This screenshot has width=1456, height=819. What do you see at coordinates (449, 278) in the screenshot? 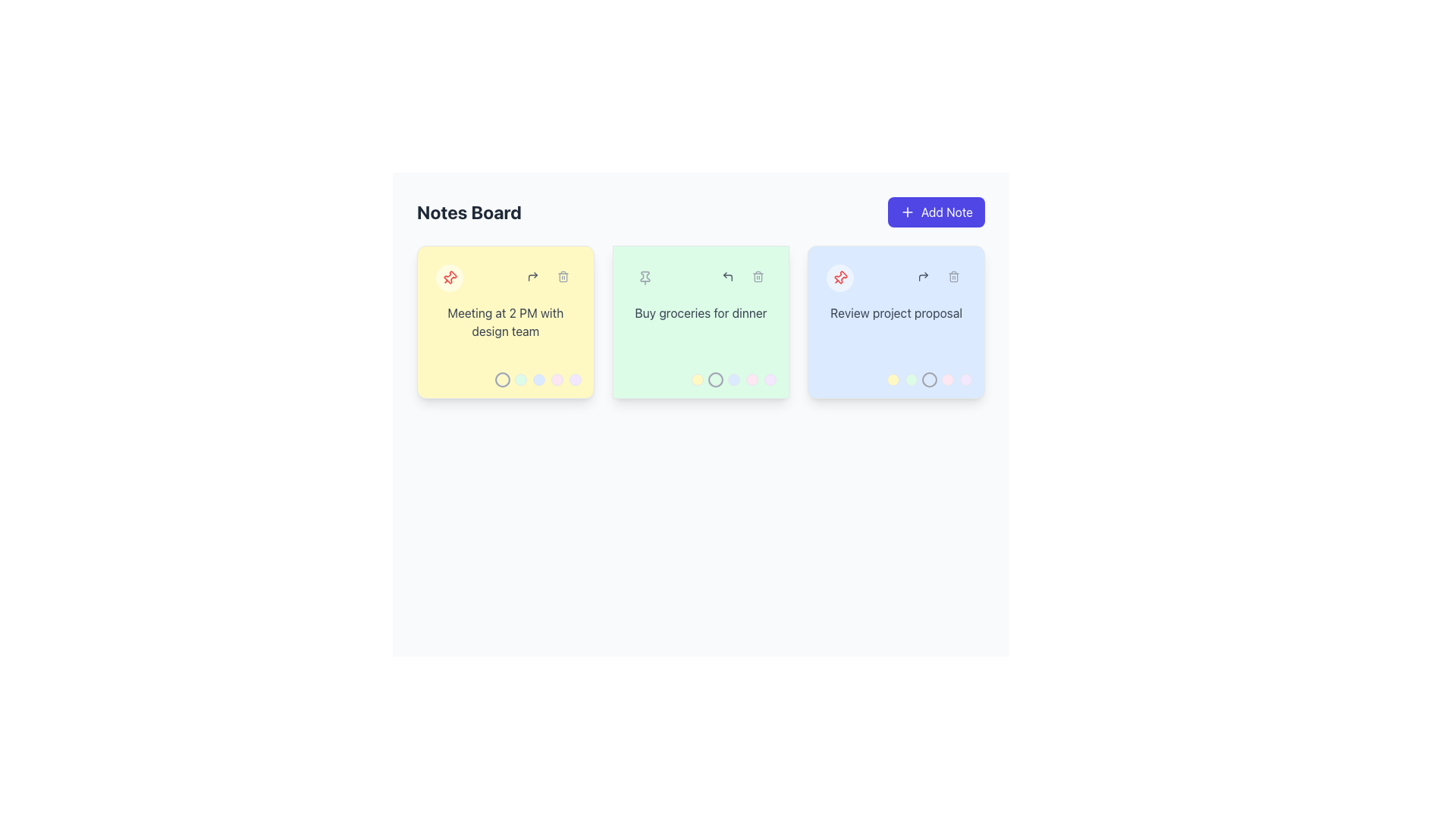
I see `the red-colored pin icon button located in the top-left corner of the first note widget to pin or unpin the note` at bounding box center [449, 278].